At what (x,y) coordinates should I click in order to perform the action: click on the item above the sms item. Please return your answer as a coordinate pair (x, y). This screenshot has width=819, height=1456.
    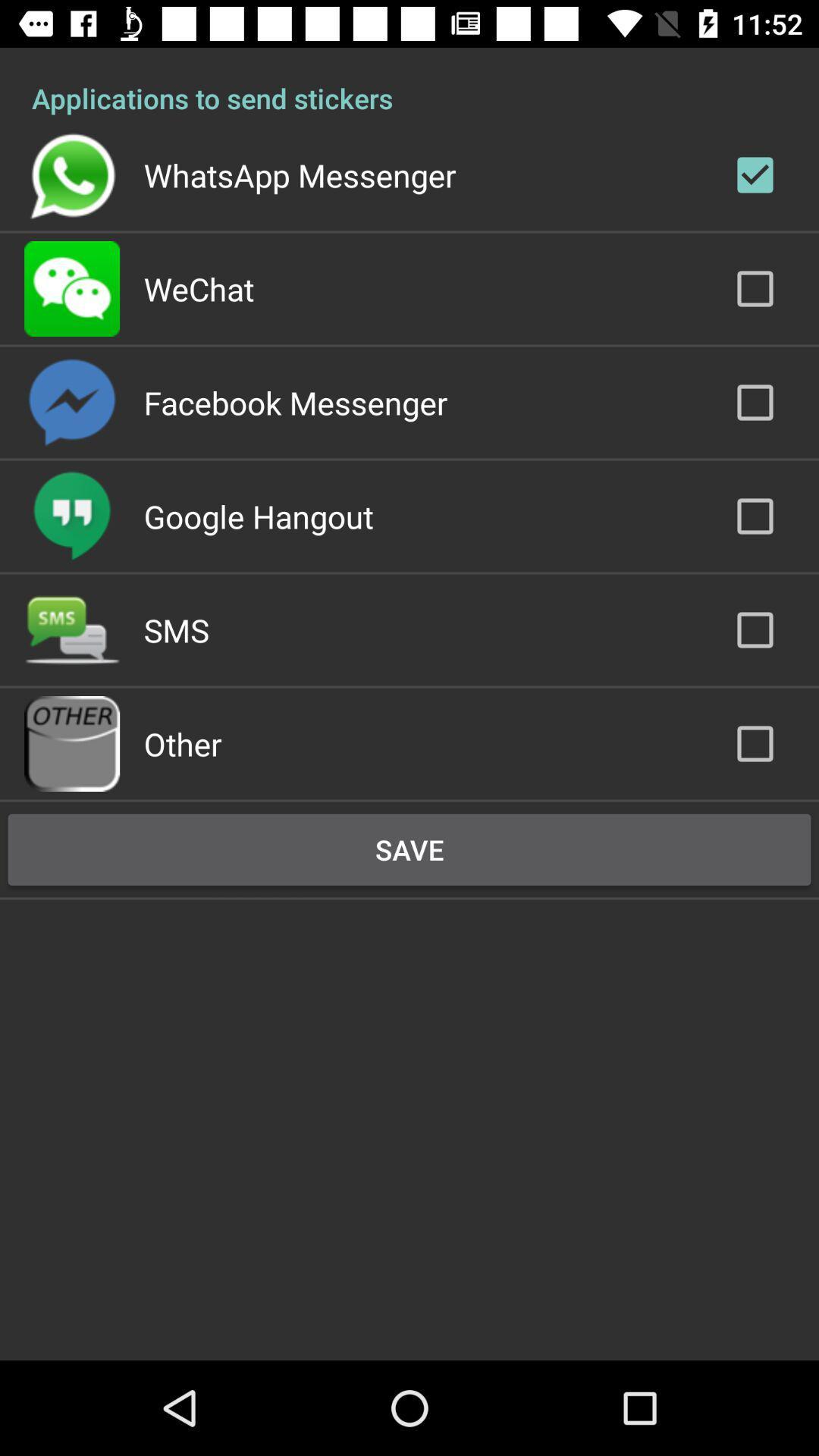
    Looking at the image, I should click on (258, 516).